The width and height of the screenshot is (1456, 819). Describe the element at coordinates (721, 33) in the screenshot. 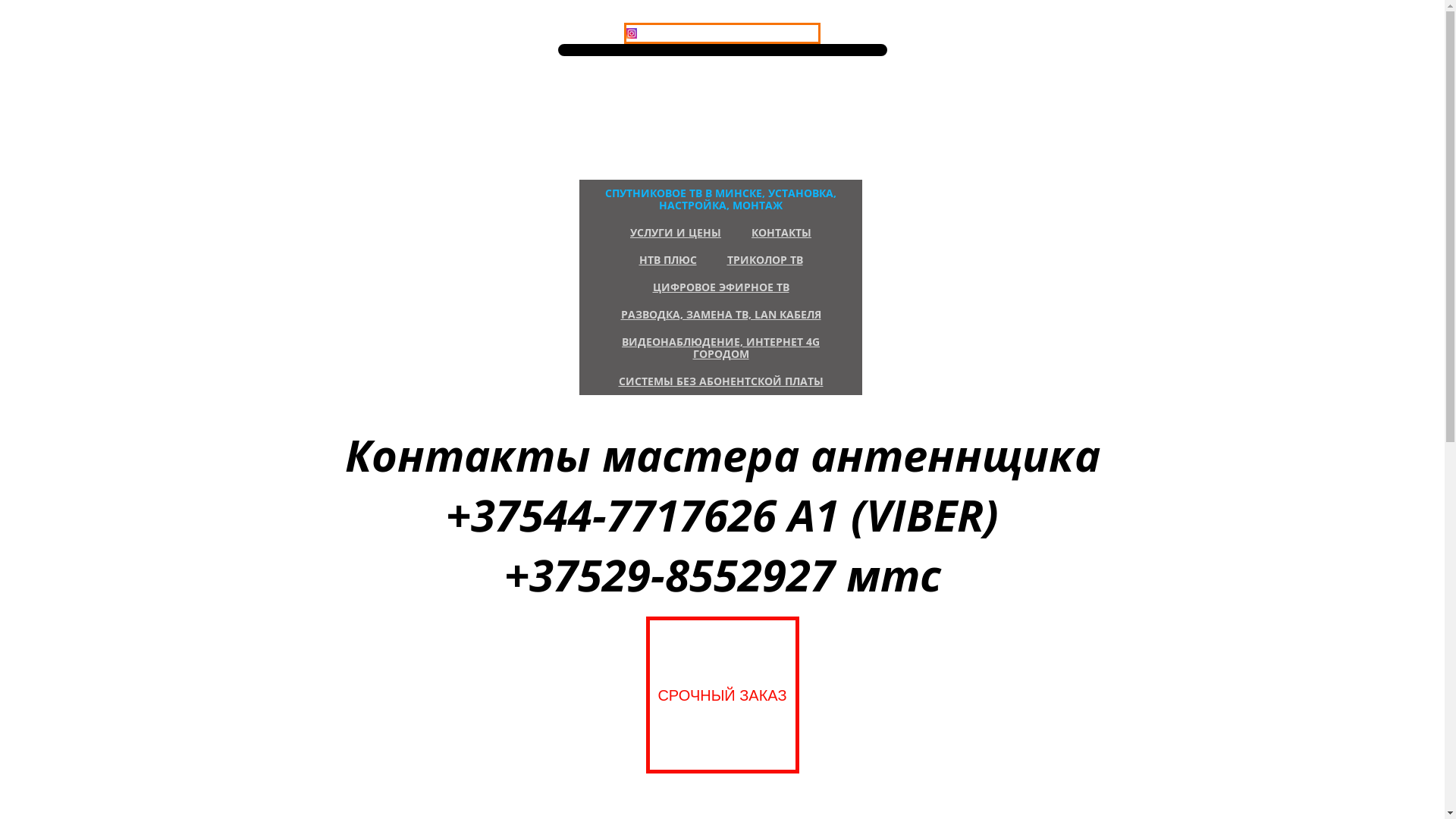

I see `'INSTAGRAM'` at that location.